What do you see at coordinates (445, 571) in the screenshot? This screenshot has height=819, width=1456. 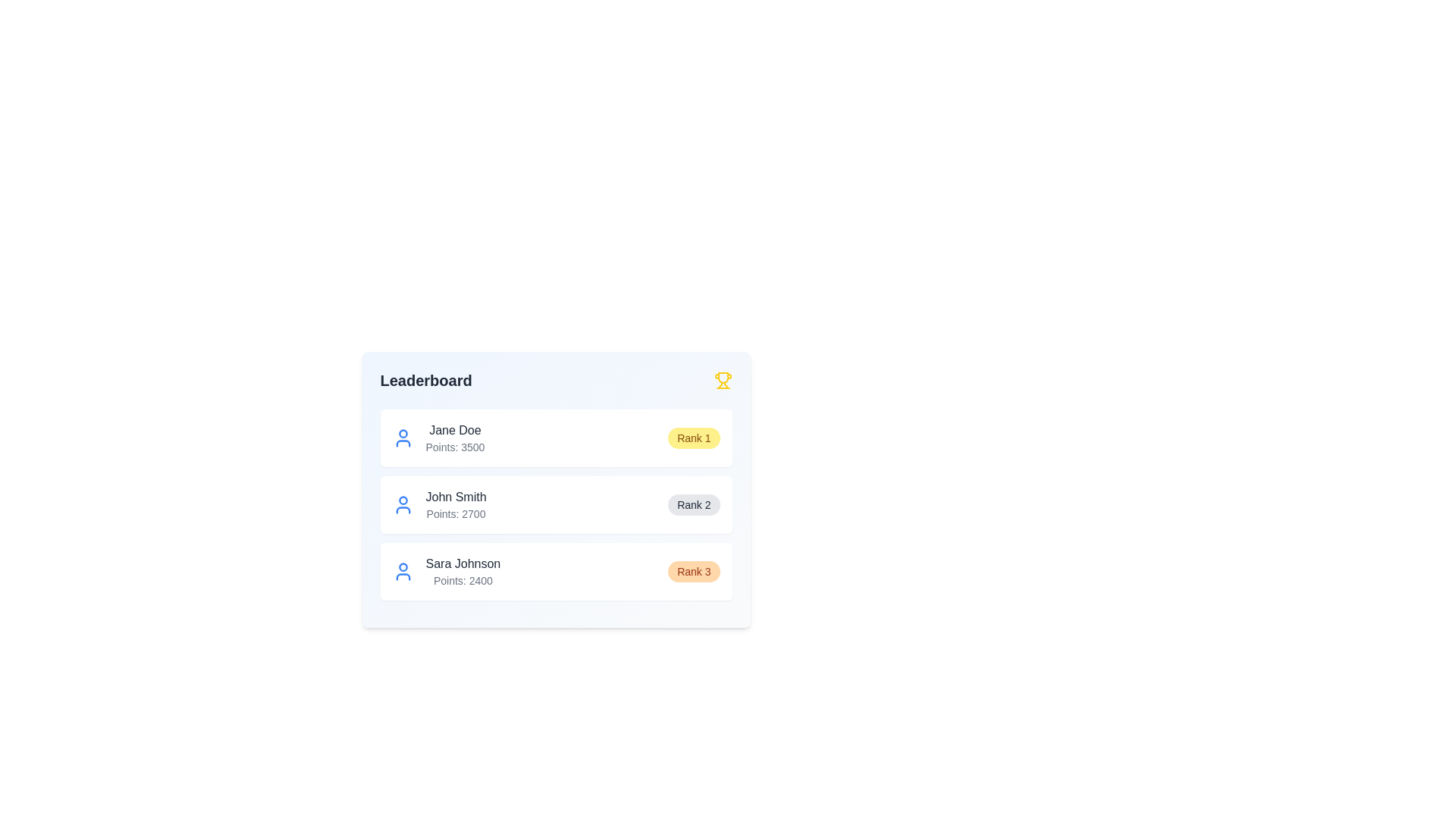 I see `the leaderboard entry displaying the name 'Sara Johnson', which is the third item in the leaderboard and shows 'Rank 3'` at bounding box center [445, 571].